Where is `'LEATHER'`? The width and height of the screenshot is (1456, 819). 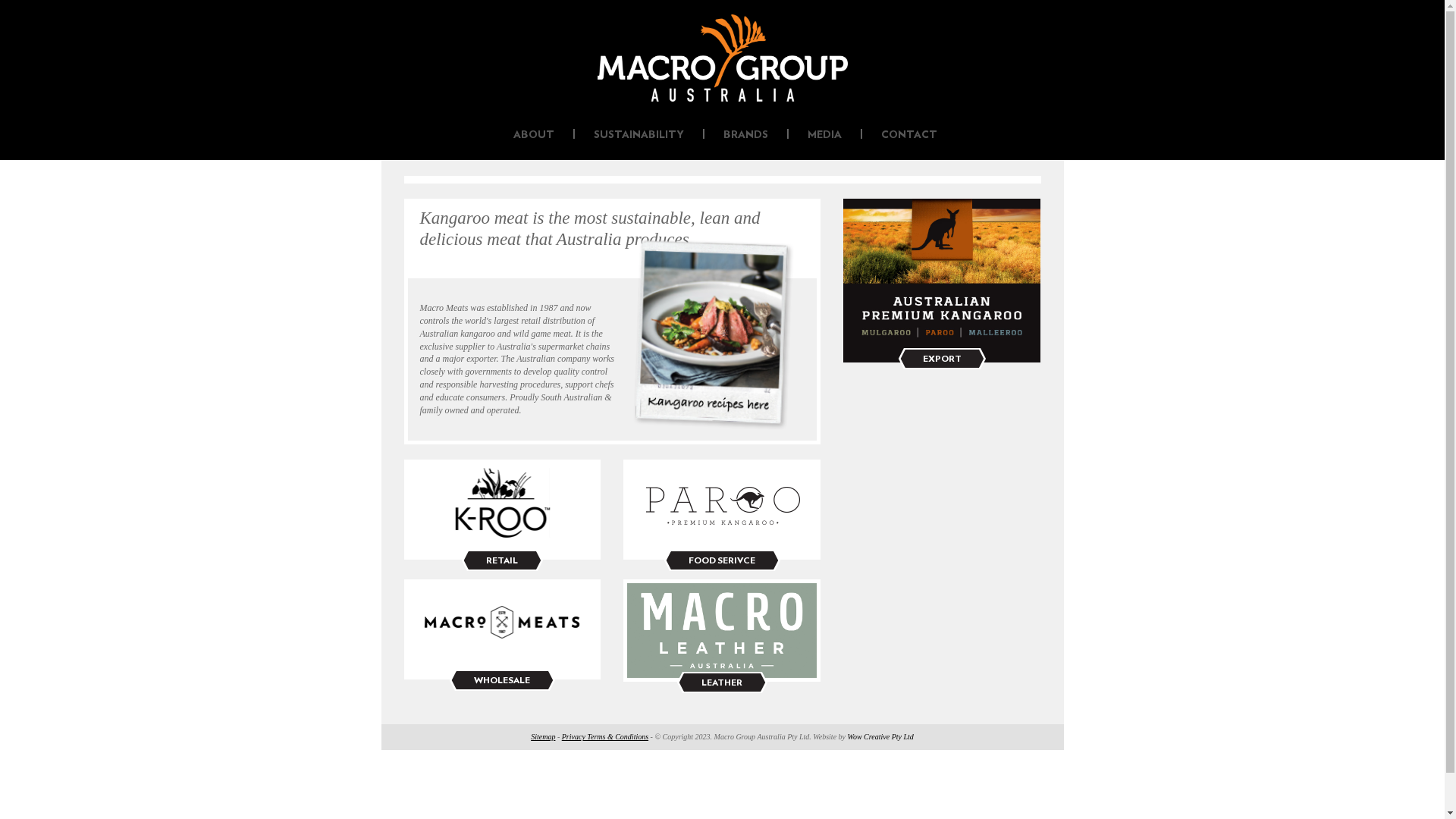 'LEATHER' is located at coordinates (720, 681).